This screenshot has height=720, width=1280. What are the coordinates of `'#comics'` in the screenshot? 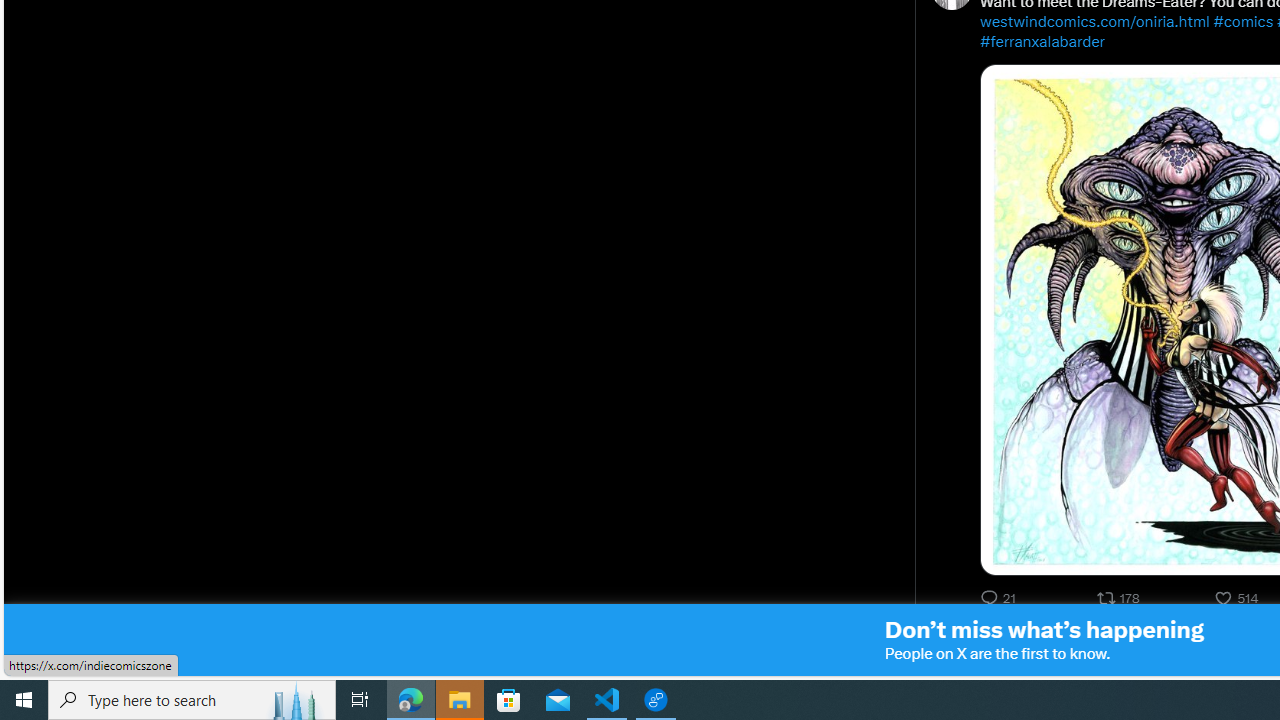 It's located at (1242, 22).